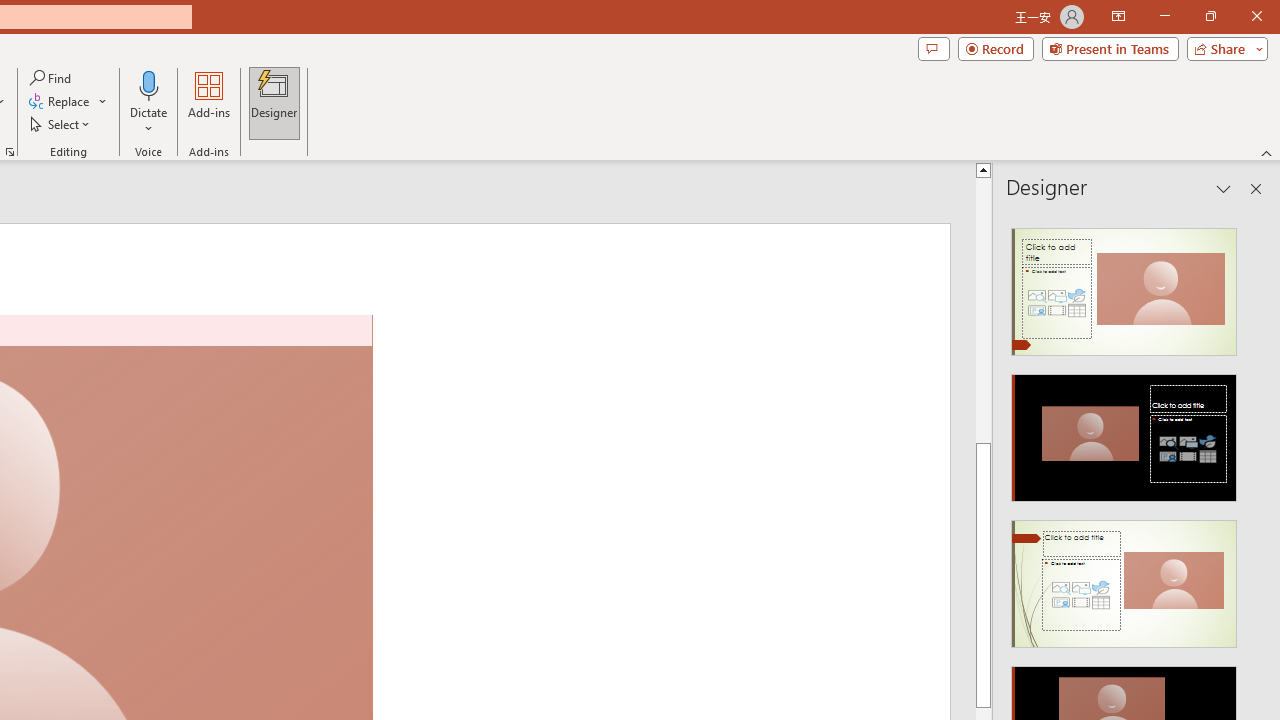 This screenshot has height=720, width=1280. Describe the element at coordinates (1266, 152) in the screenshot. I see `'Collapse the Ribbon'` at that location.